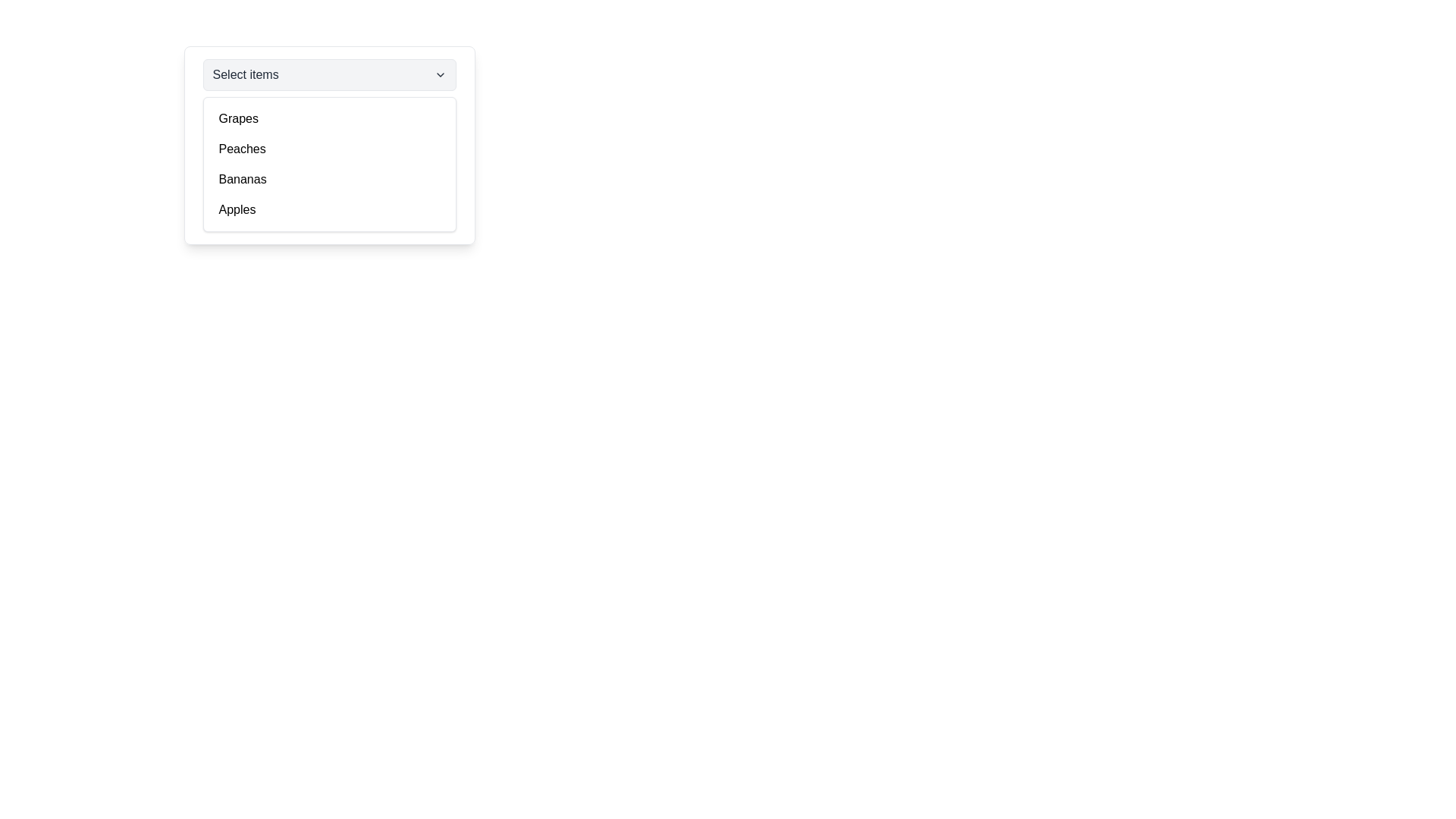 Image resolution: width=1456 pixels, height=819 pixels. Describe the element at coordinates (328, 164) in the screenshot. I see `individual options within the Dropdown menu list, which is a white box with rounded corners located underneath the 'Select items' dropdown button` at that location.